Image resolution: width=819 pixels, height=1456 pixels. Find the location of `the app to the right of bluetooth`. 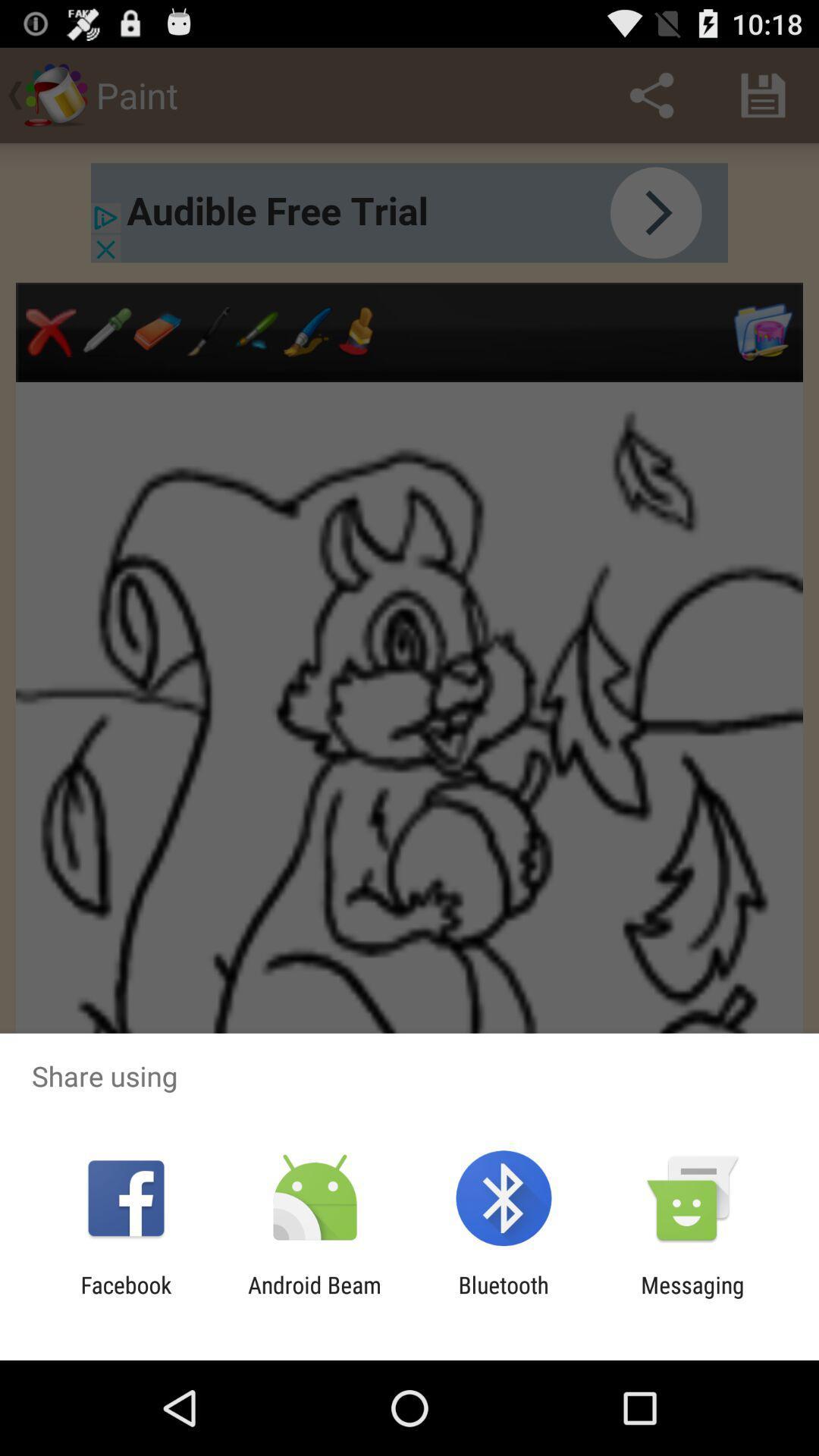

the app to the right of bluetooth is located at coordinates (692, 1298).